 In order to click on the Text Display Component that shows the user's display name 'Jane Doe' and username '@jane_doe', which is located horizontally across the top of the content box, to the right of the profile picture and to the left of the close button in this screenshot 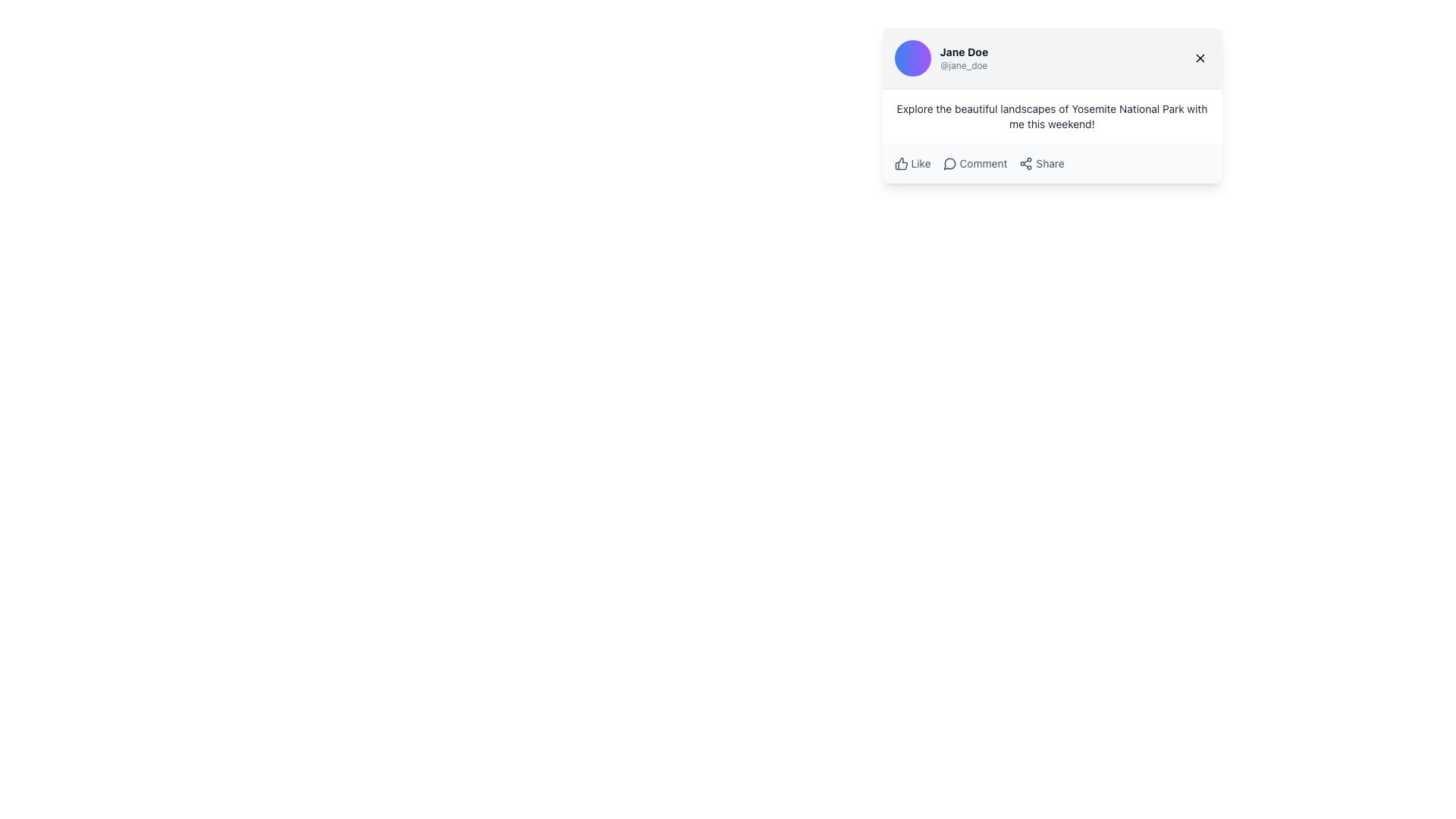, I will do `click(963, 58)`.